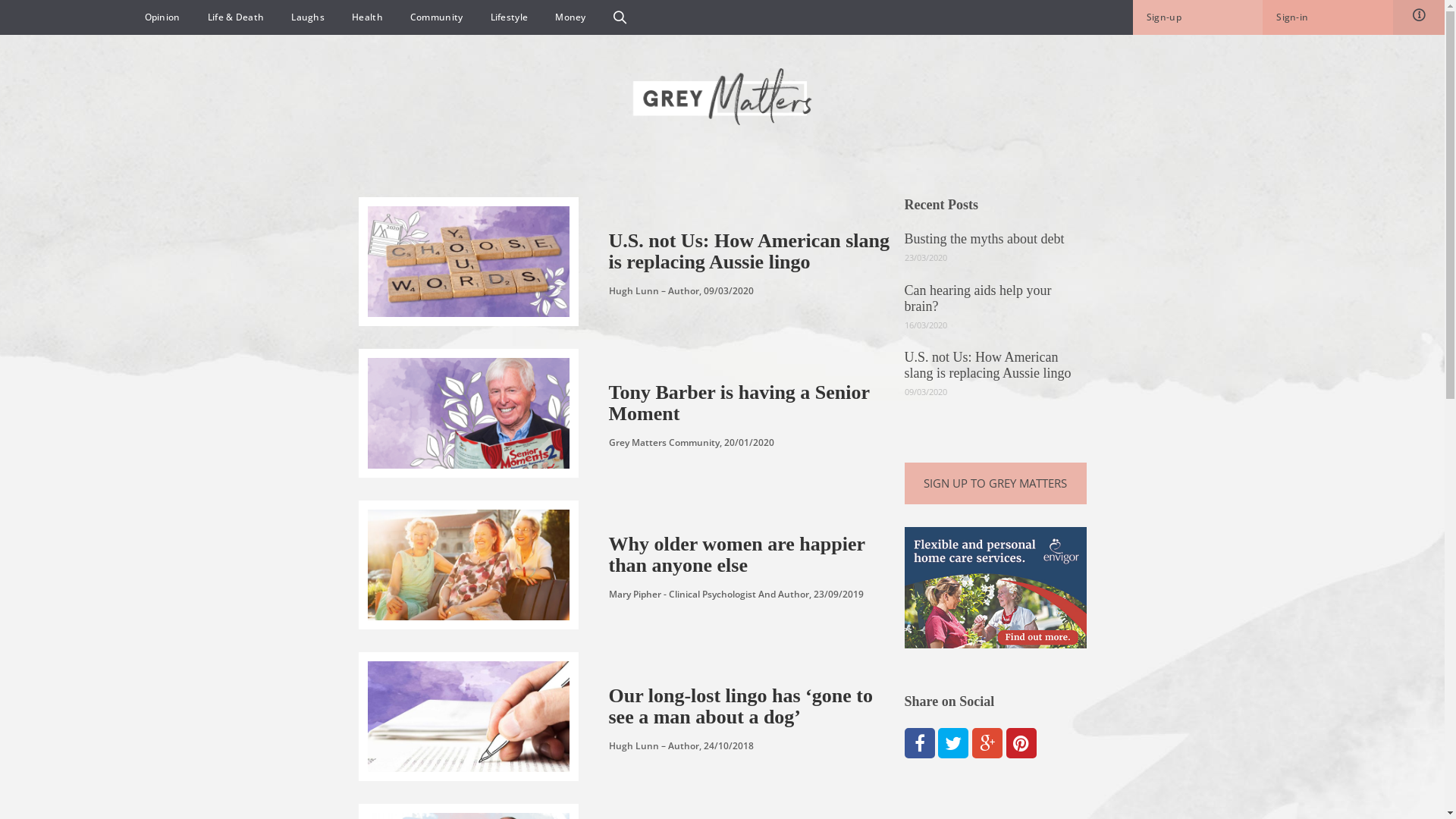  Describe the element at coordinates (811, 593) in the screenshot. I see `'23/09/2019'` at that location.